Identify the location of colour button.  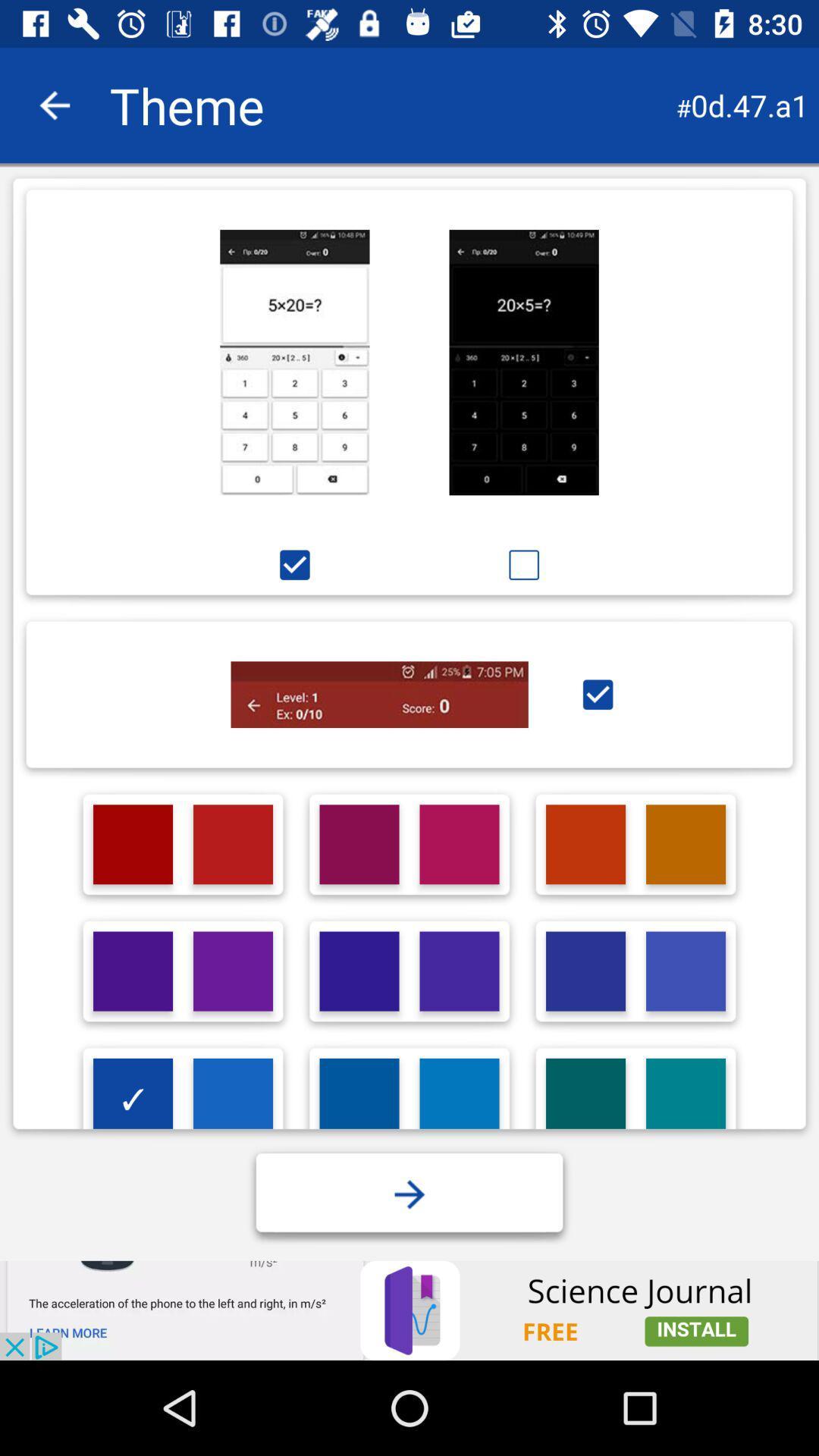
(458, 843).